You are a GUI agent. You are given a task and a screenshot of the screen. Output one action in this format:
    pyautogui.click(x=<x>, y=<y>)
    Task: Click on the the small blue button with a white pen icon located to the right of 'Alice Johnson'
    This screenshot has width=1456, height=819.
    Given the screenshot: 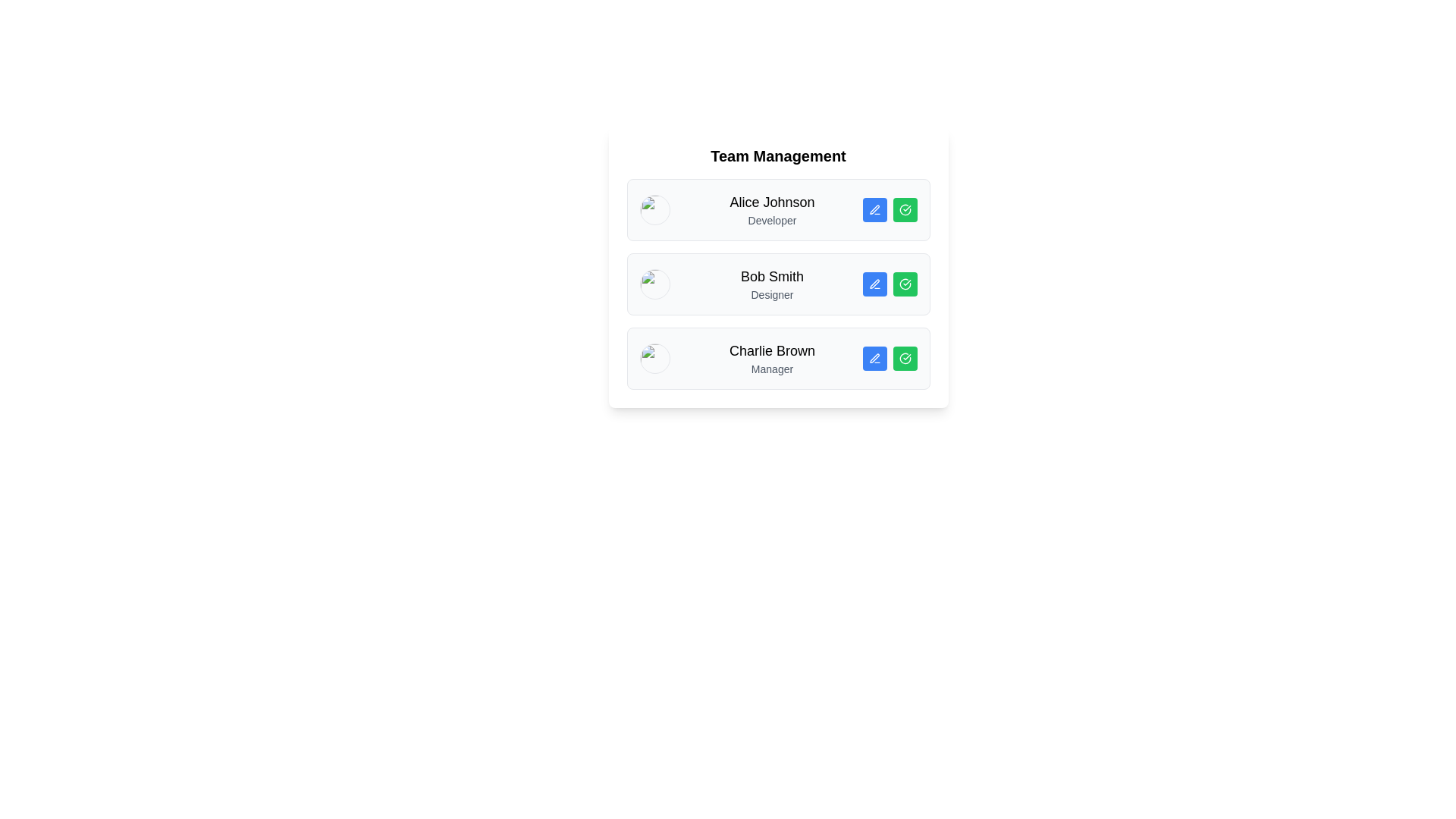 What is the action you would take?
    pyautogui.click(x=874, y=210)
    